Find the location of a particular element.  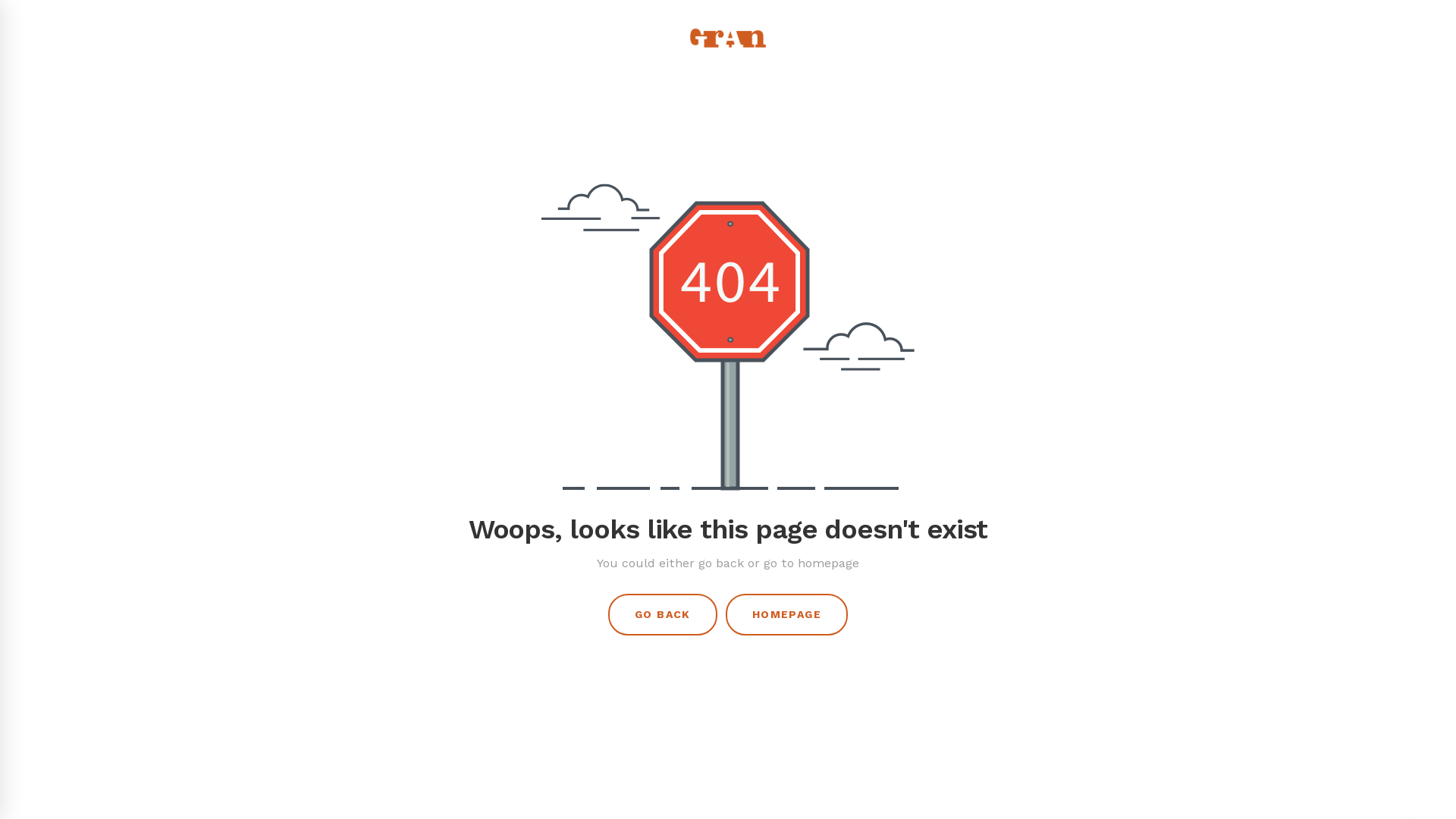

'HOMEPAGE' is located at coordinates (786, 614).